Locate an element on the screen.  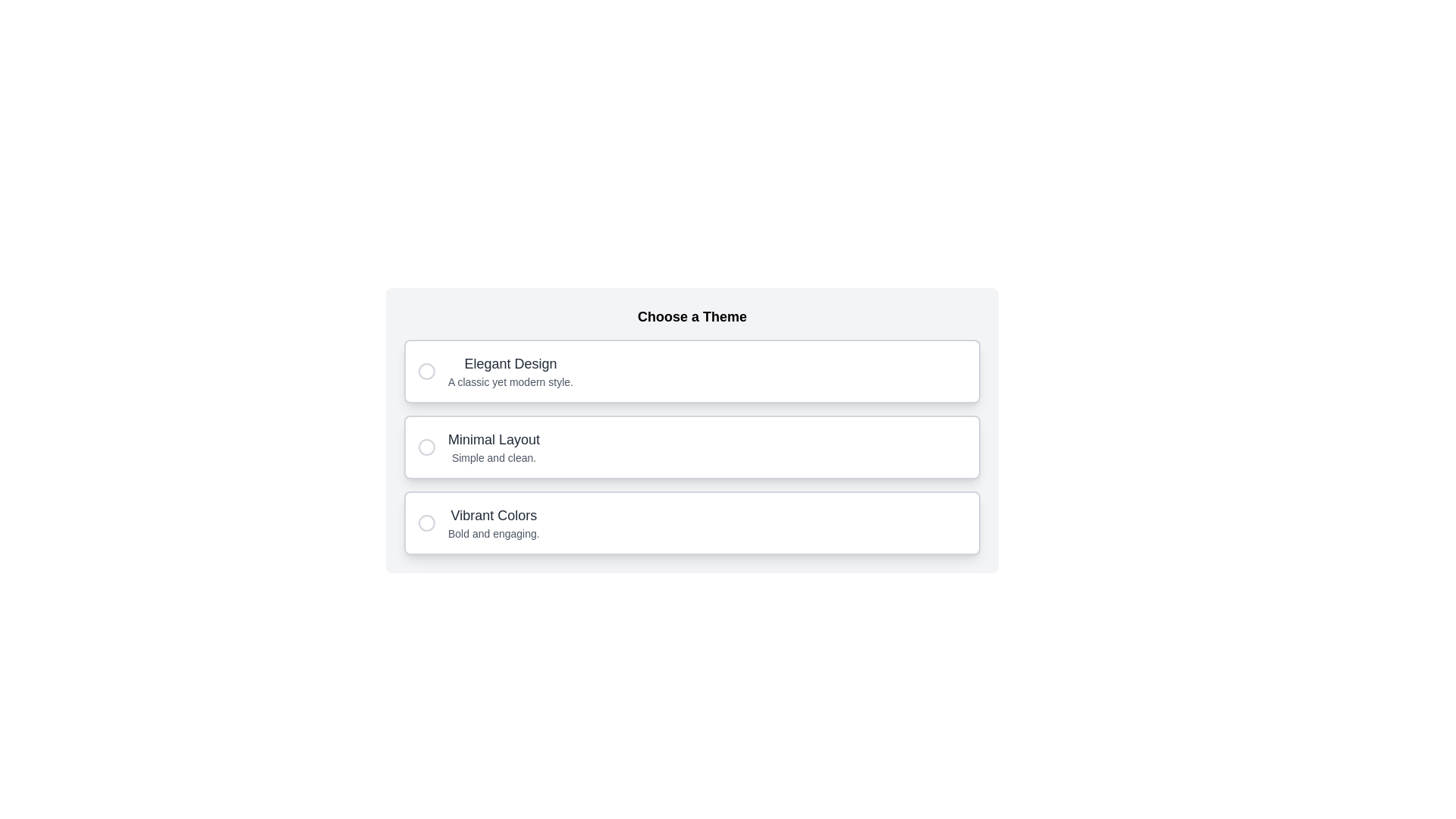
the circular icon styled as an outlined circle located to the left of the 'Vibrant Colors' text in the theme selection options is located at coordinates (425, 522).